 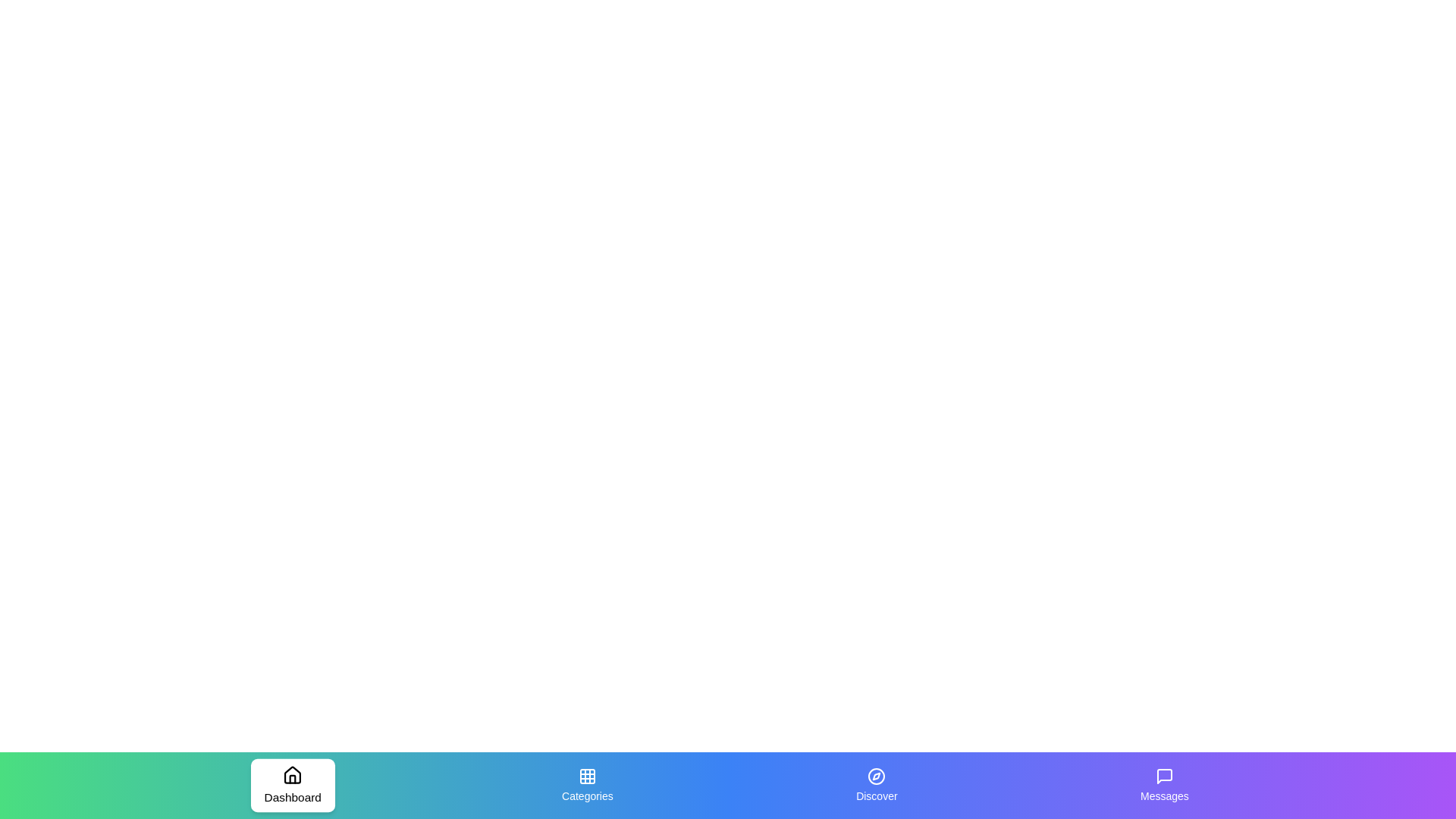 What do you see at coordinates (1164, 785) in the screenshot?
I see `the Messages tab by clicking on its icon or label` at bounding box center [1164, 785].